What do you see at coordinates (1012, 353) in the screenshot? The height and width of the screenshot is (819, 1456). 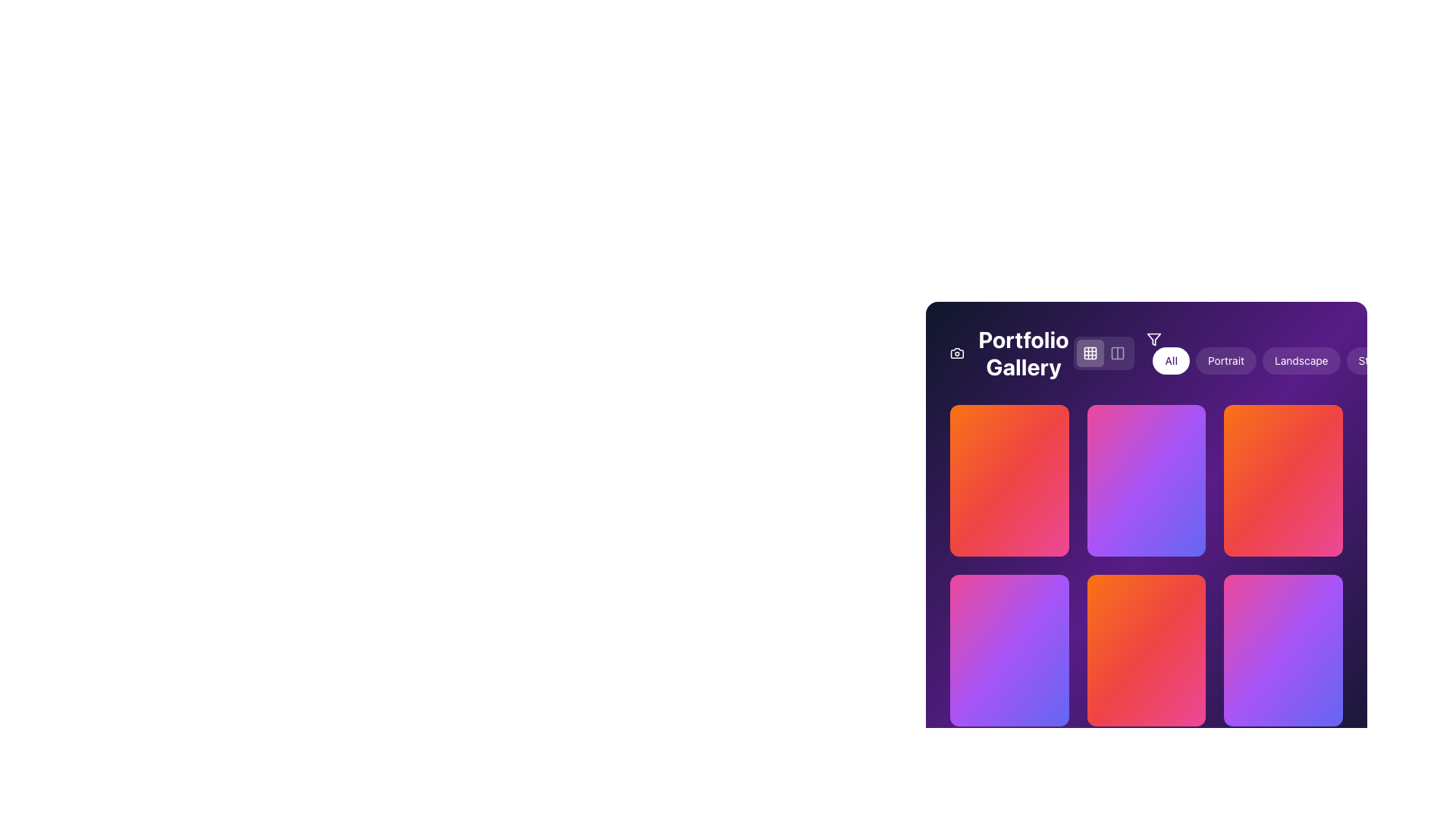 I see `text displayed in the text field titled 'Portfolio Gallery', which is styled with bold and large font size in white color, positioned over a dark background` at bounding box center [1012, 353].